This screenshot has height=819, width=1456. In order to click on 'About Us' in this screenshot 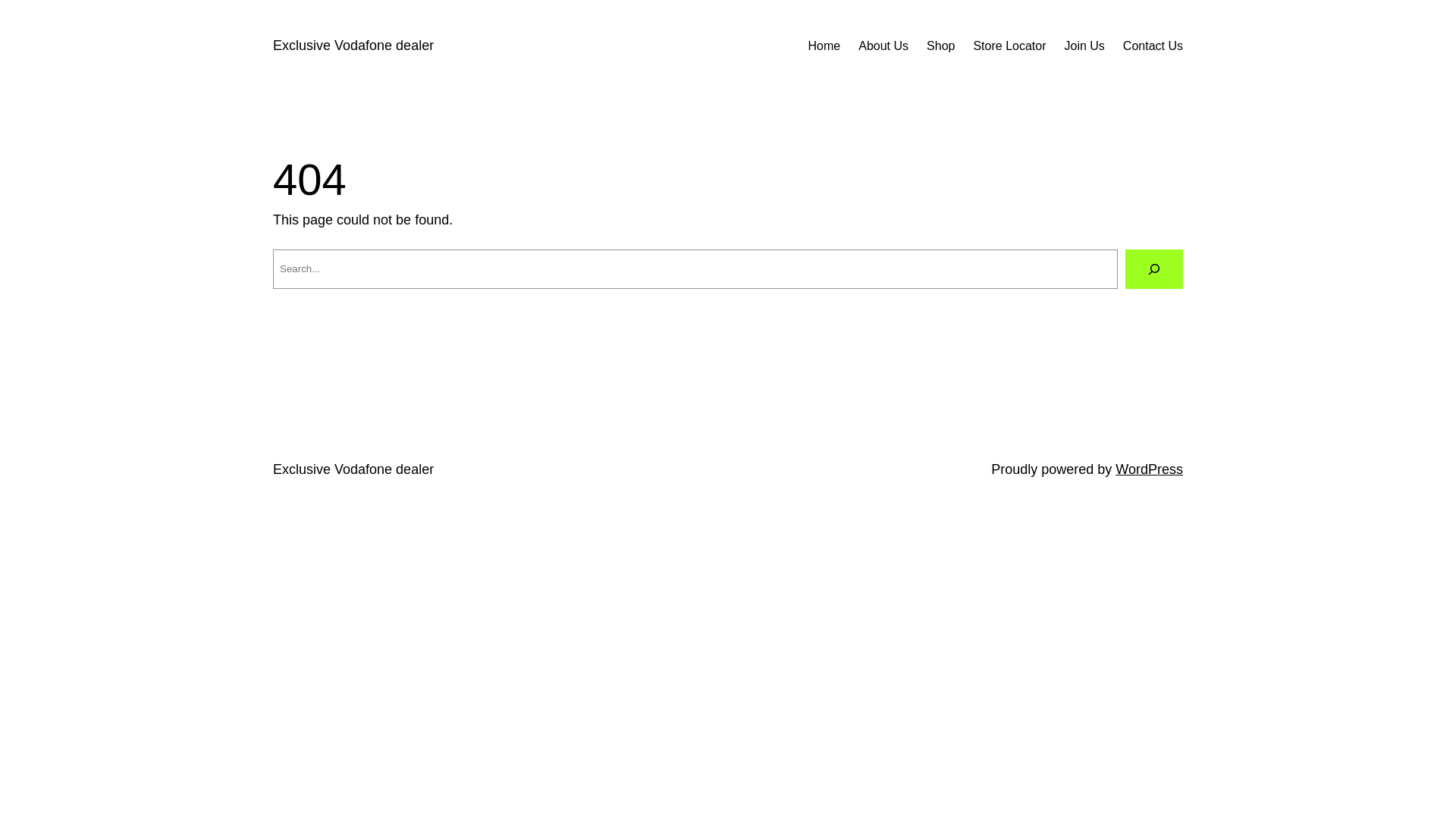, I will do `click(883, 45)`.